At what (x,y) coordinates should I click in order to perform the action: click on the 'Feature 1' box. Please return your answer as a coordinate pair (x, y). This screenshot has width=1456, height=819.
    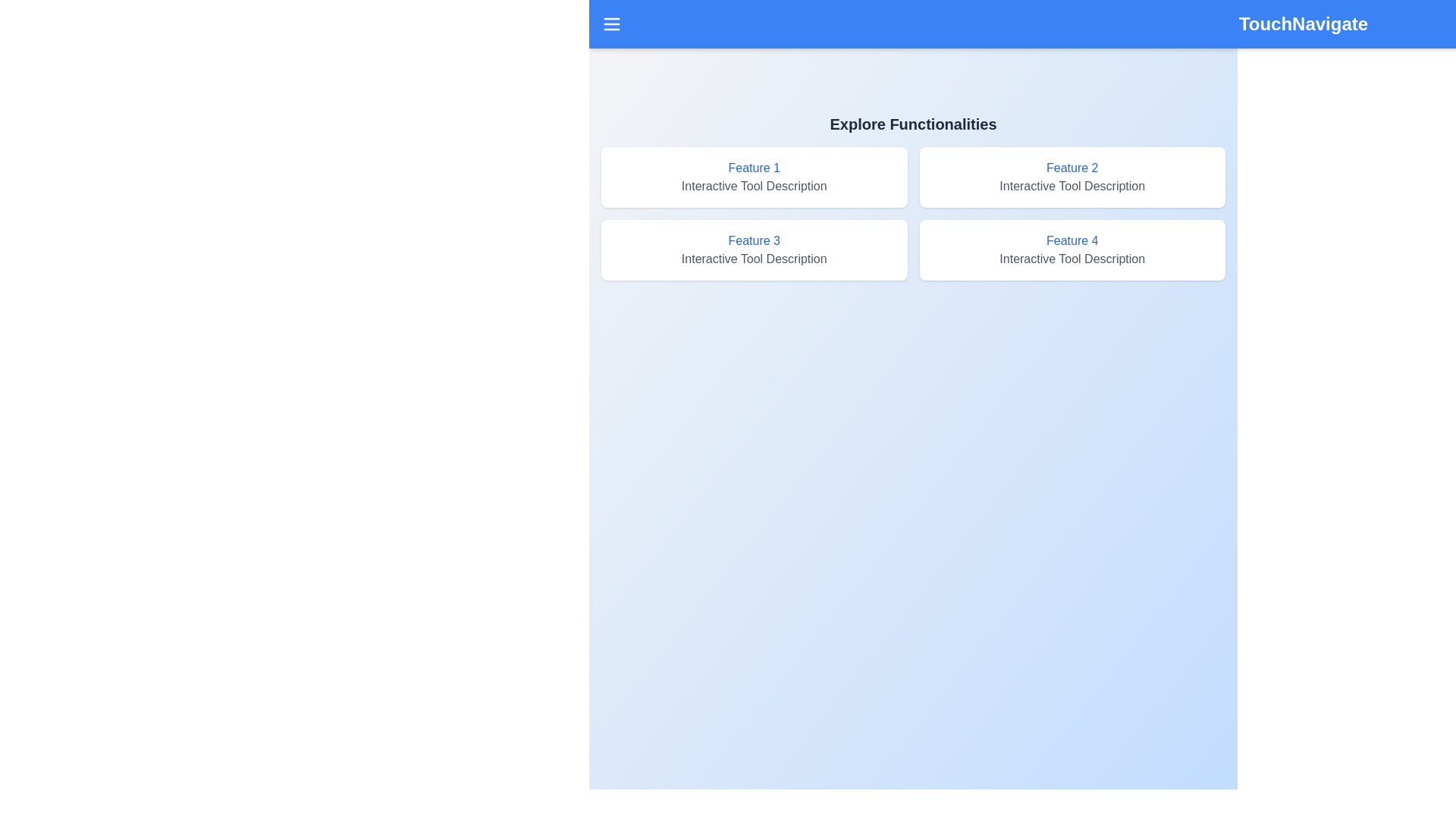
    Looking at the image, I should click on (754, 177).